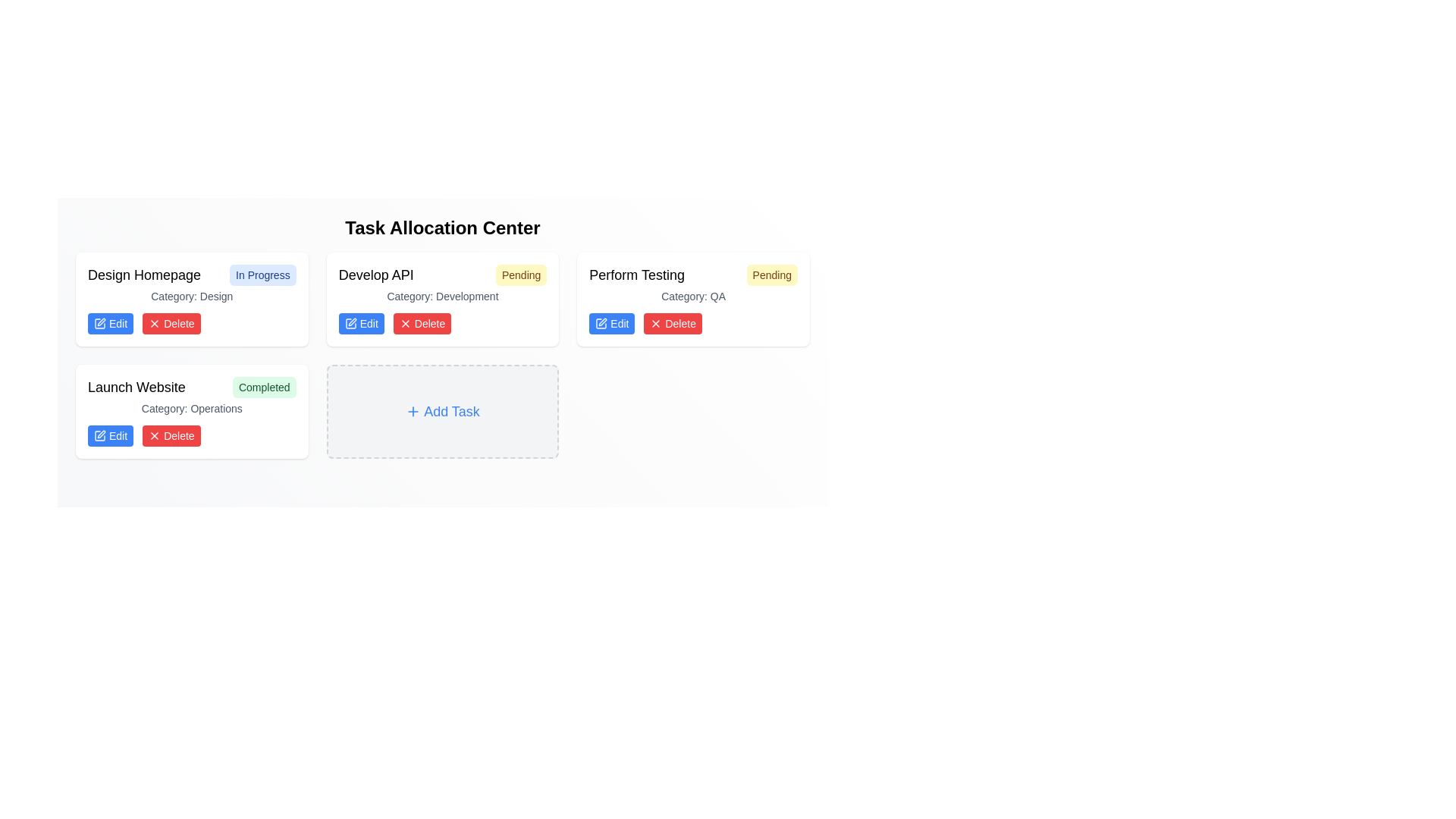  I want to click on the task card titled 'Launch Website' with the status indicator 'Completed' located in the bottom-left card of the grid for task-related actions, so click(191, 386).